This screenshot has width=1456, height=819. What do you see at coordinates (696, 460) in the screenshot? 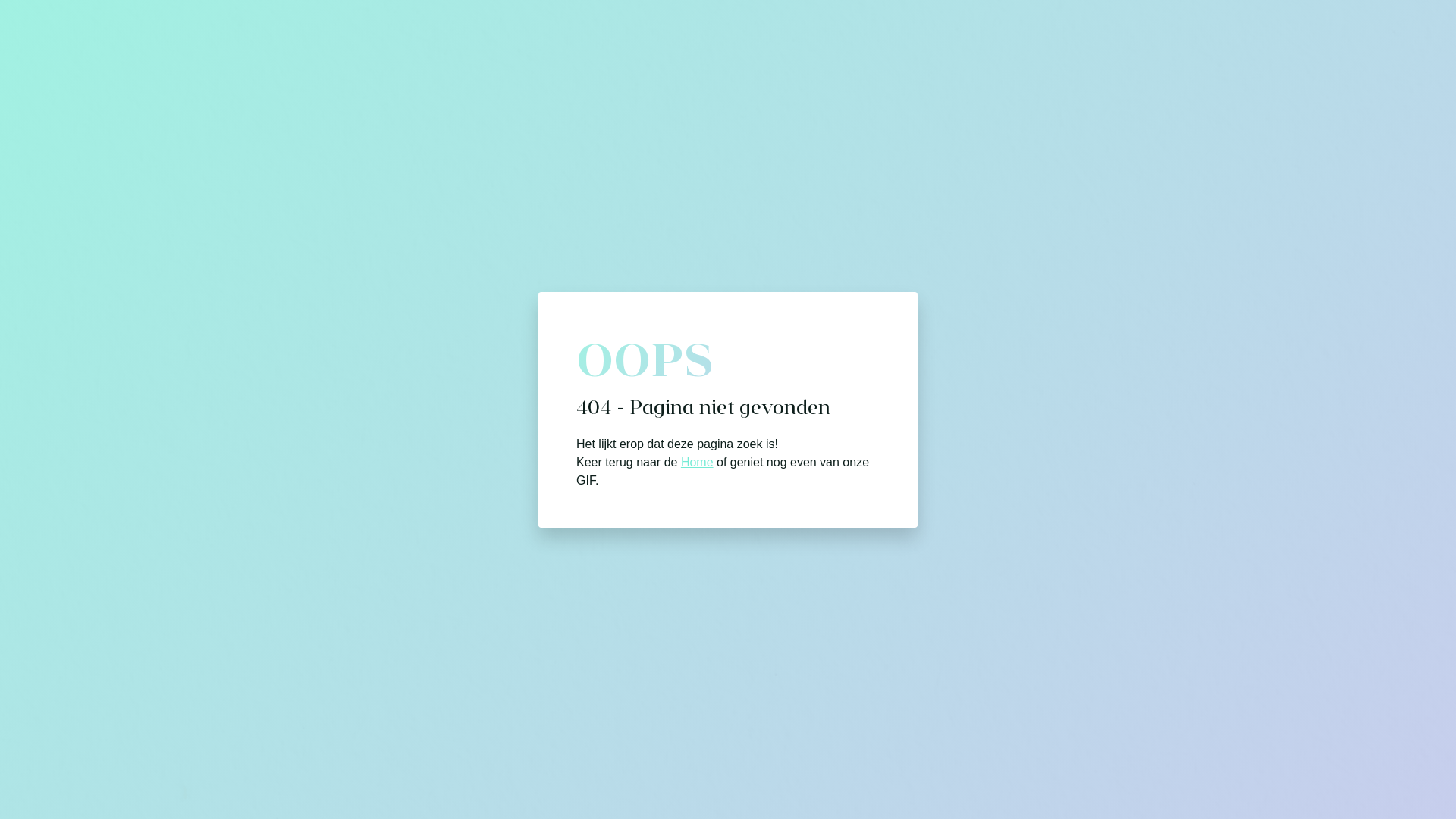
I see `'Home'` at bounding box center [696, 460].